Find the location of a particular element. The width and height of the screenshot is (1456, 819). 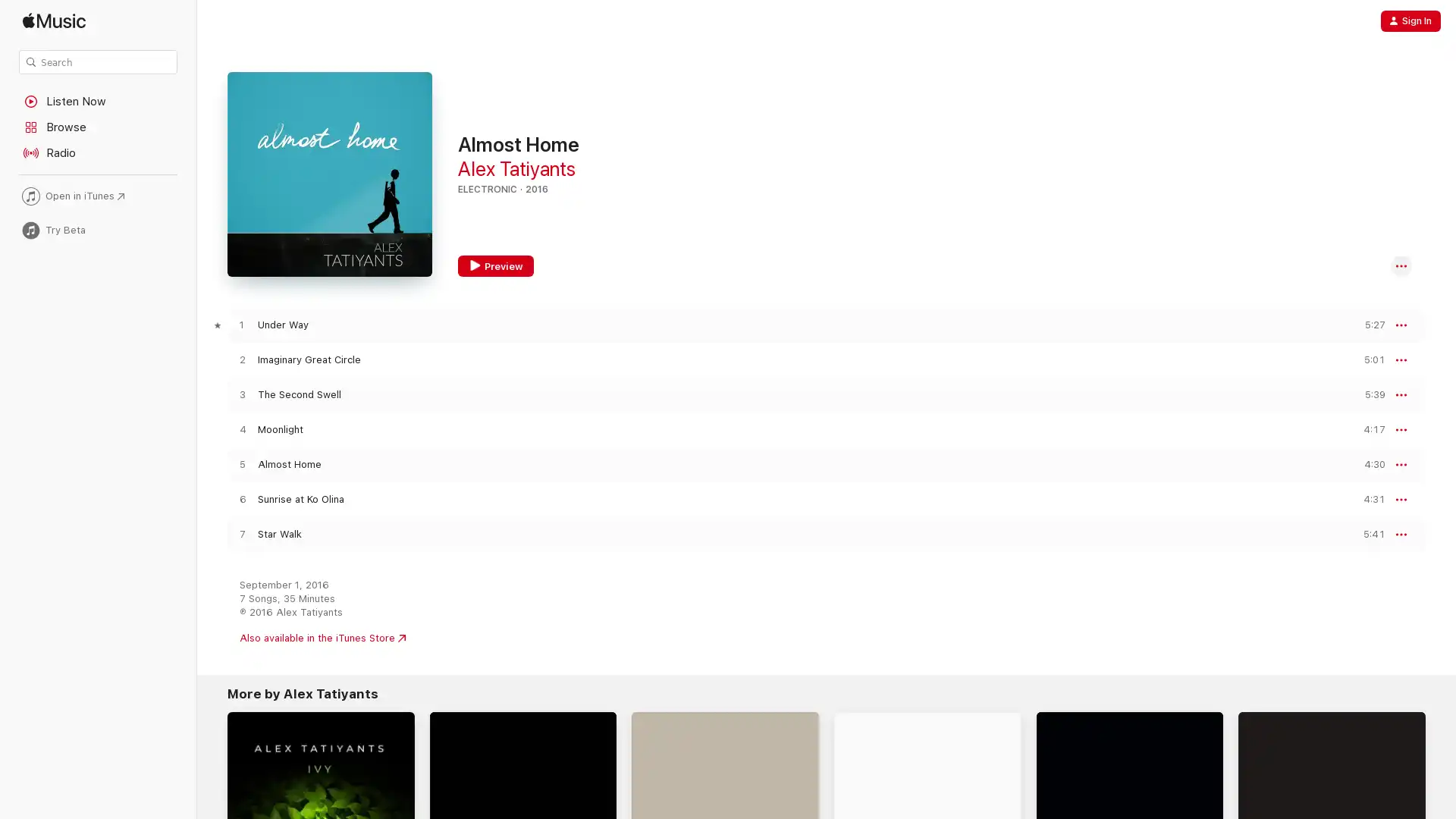

Preview is located at coordinates (495, 265).